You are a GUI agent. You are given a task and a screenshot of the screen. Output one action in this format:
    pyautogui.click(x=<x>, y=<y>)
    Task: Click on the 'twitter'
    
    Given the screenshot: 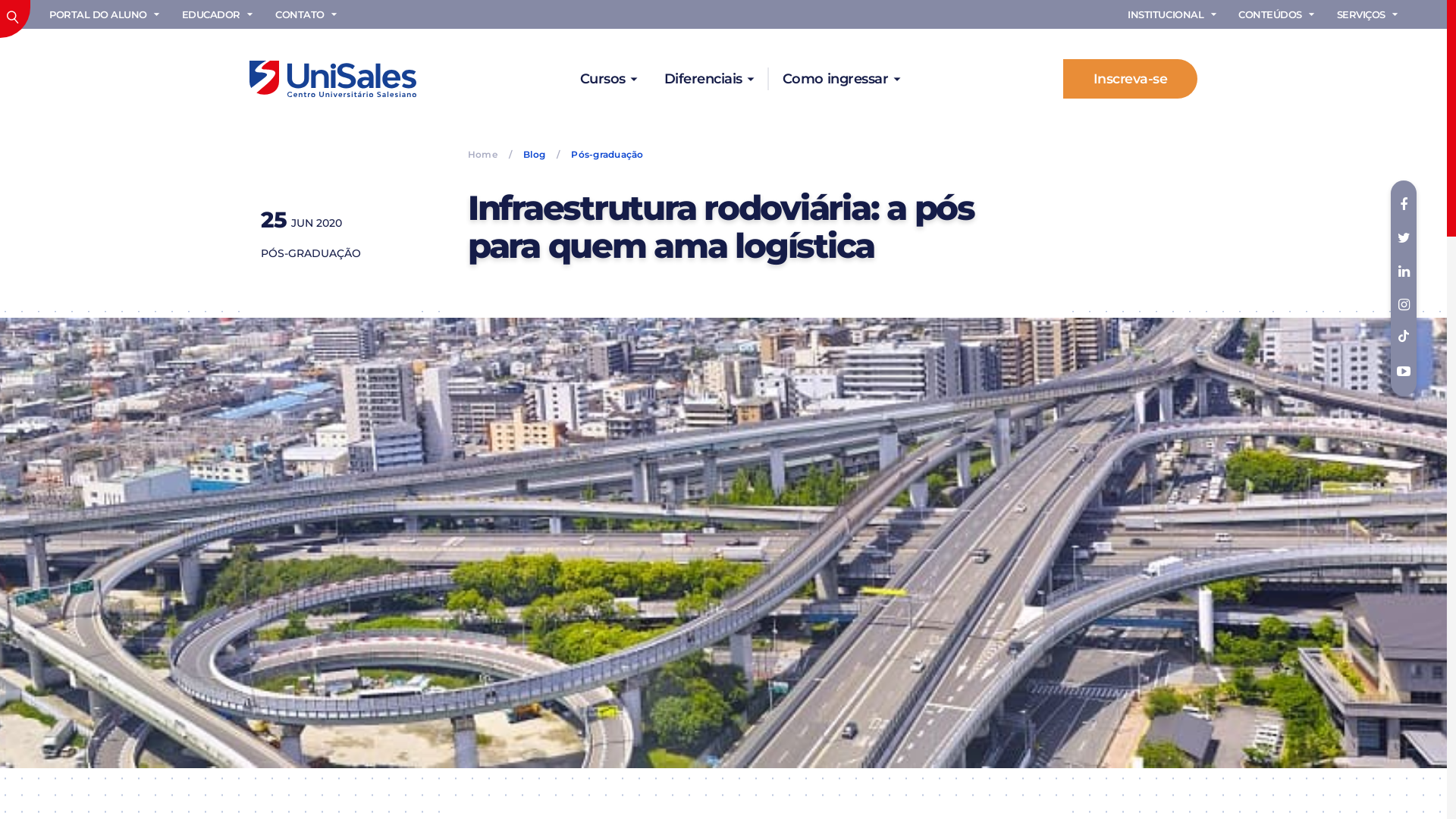 What is the action you would take?
    pyautogui.click(x=1403, y=237)
    